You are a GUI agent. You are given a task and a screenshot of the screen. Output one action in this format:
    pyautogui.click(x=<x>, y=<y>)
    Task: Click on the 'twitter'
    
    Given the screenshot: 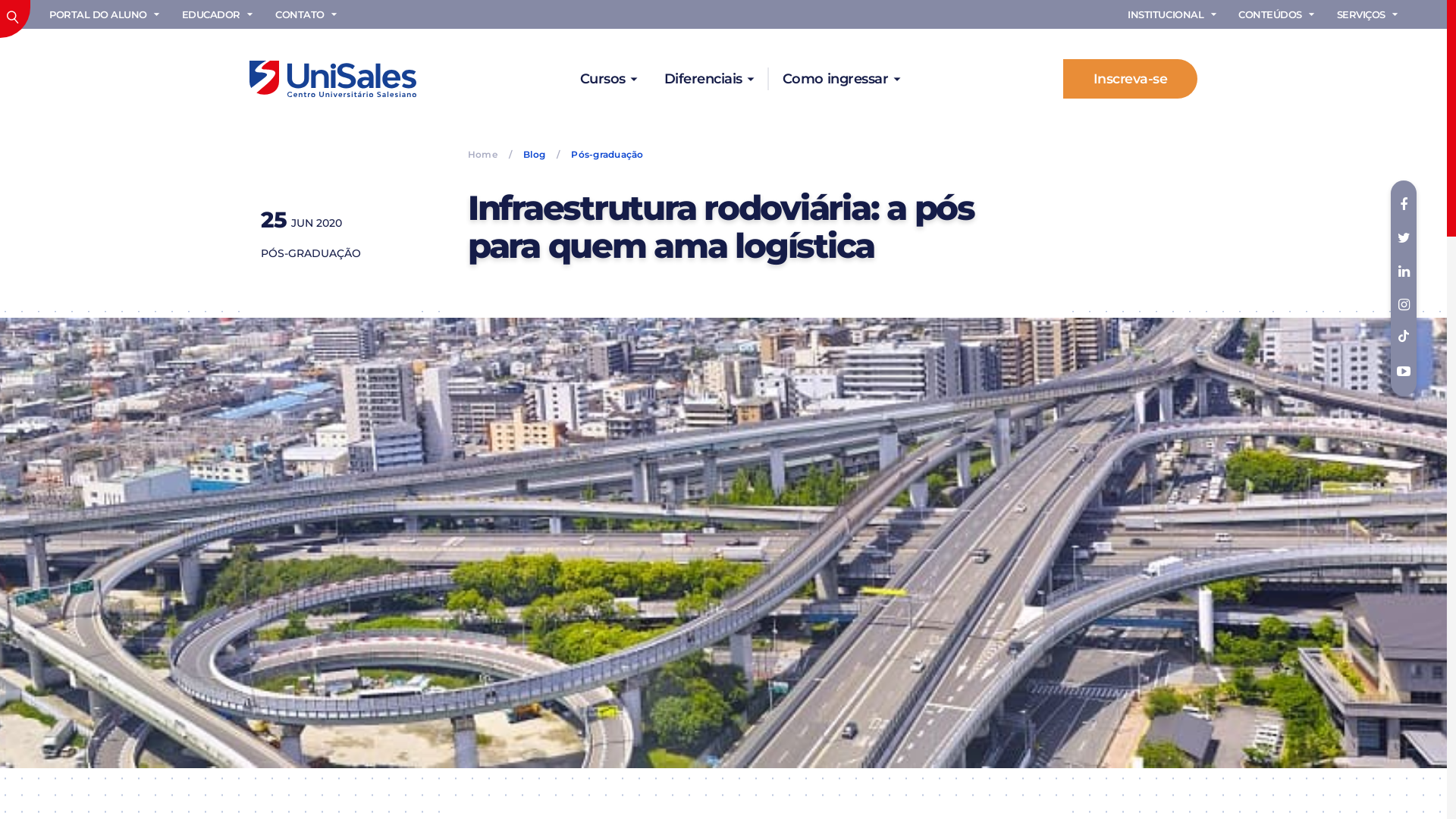 What is the action you would take?
    pyautogui.click(x=1403, y=237)
    